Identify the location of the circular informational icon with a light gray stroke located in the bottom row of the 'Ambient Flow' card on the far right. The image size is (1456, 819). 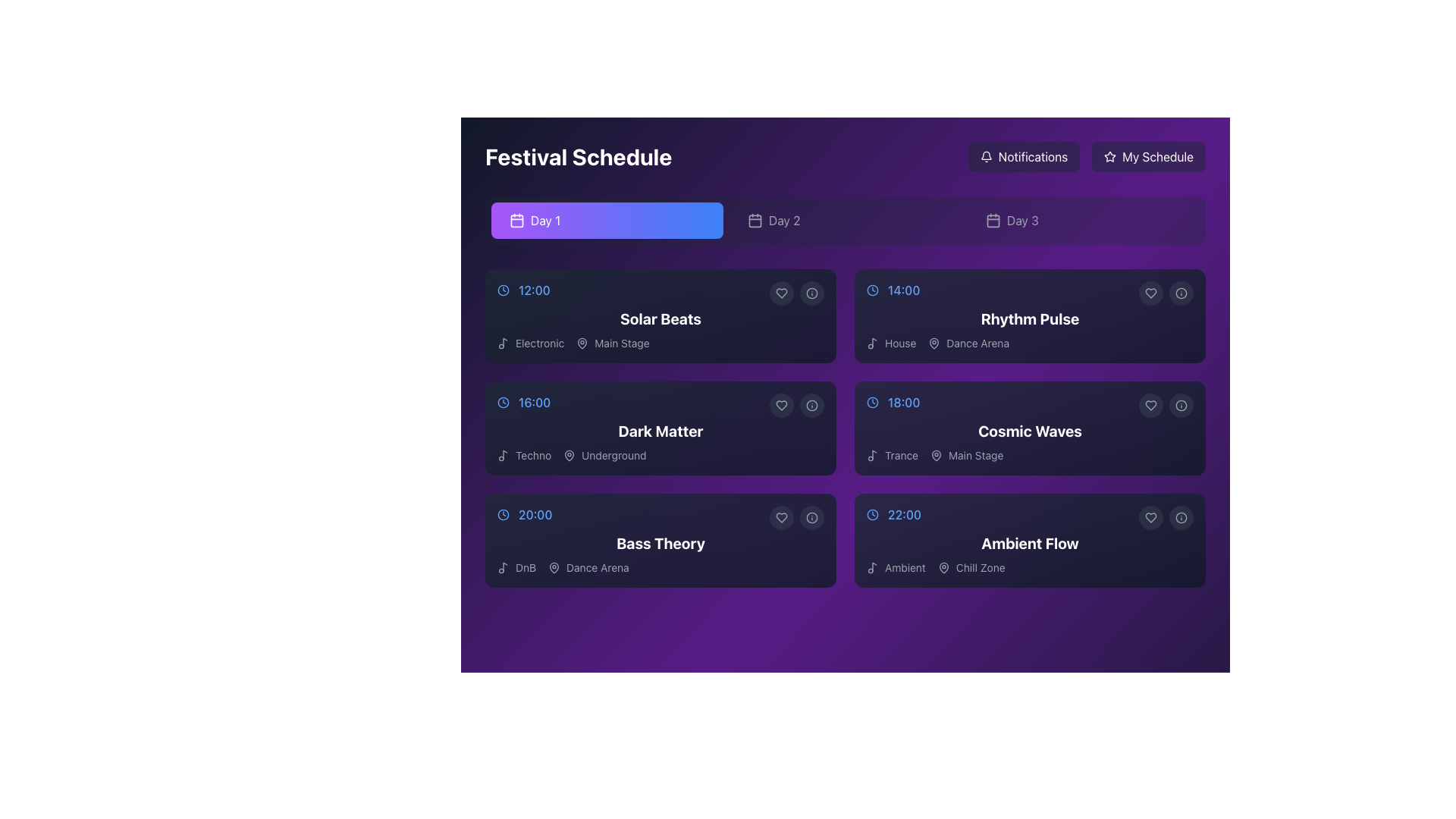
(1181, 516).